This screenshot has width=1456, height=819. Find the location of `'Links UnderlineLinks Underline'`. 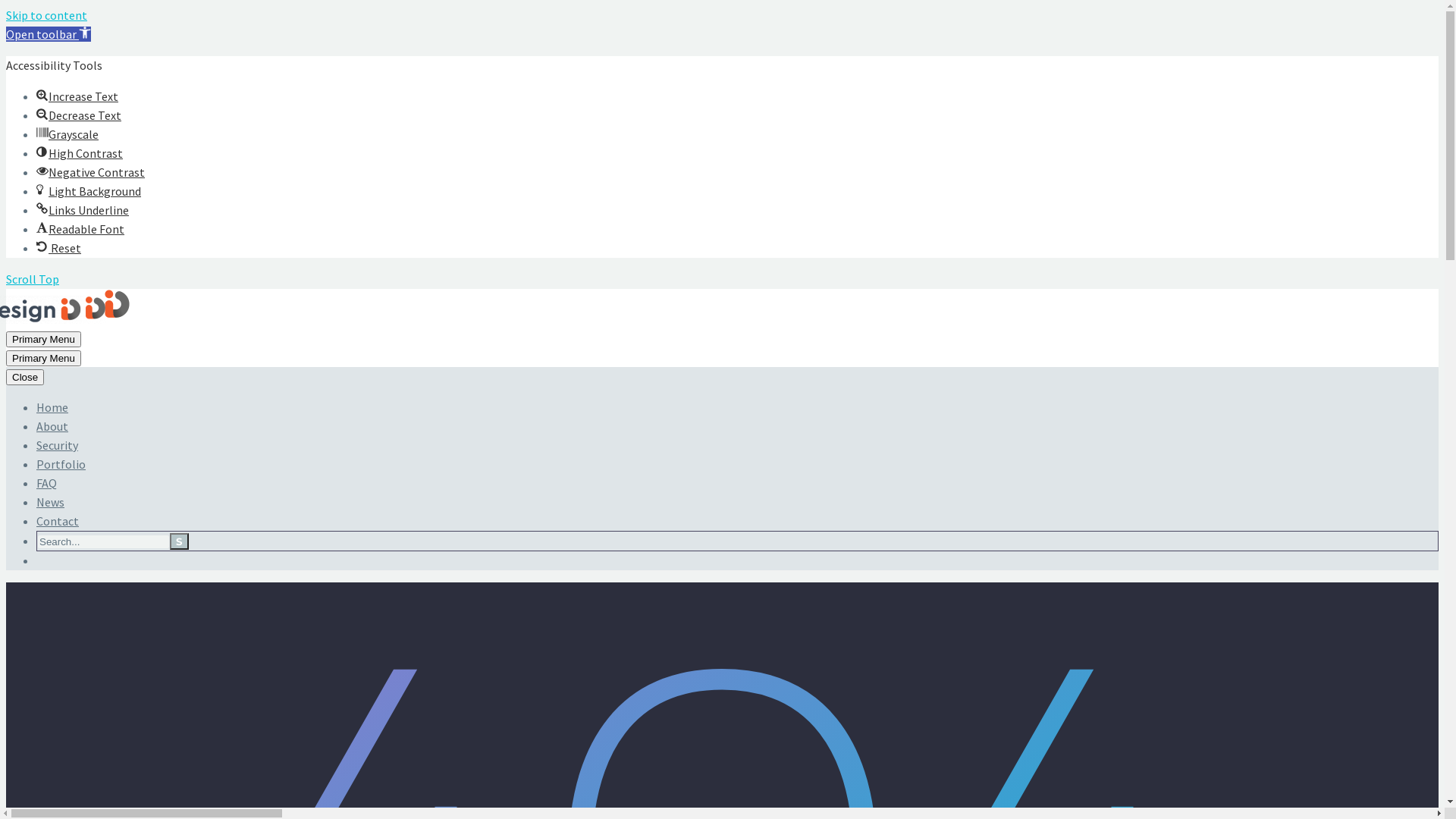

'Links UnderlineLinks Underline' is located at coordinates (82, 210).